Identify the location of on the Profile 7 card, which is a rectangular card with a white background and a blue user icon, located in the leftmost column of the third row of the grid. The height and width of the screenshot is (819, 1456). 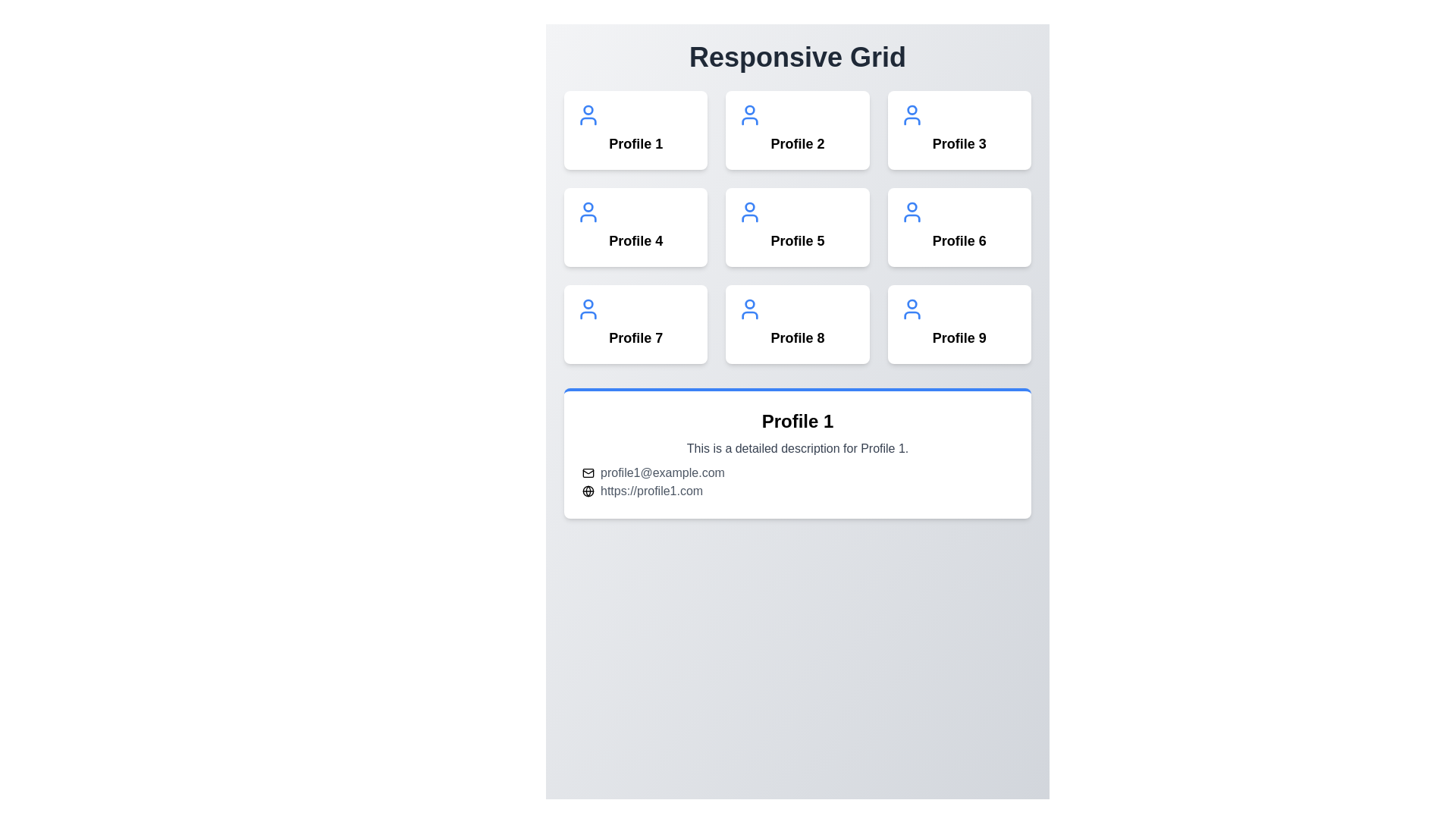
(635, 324).